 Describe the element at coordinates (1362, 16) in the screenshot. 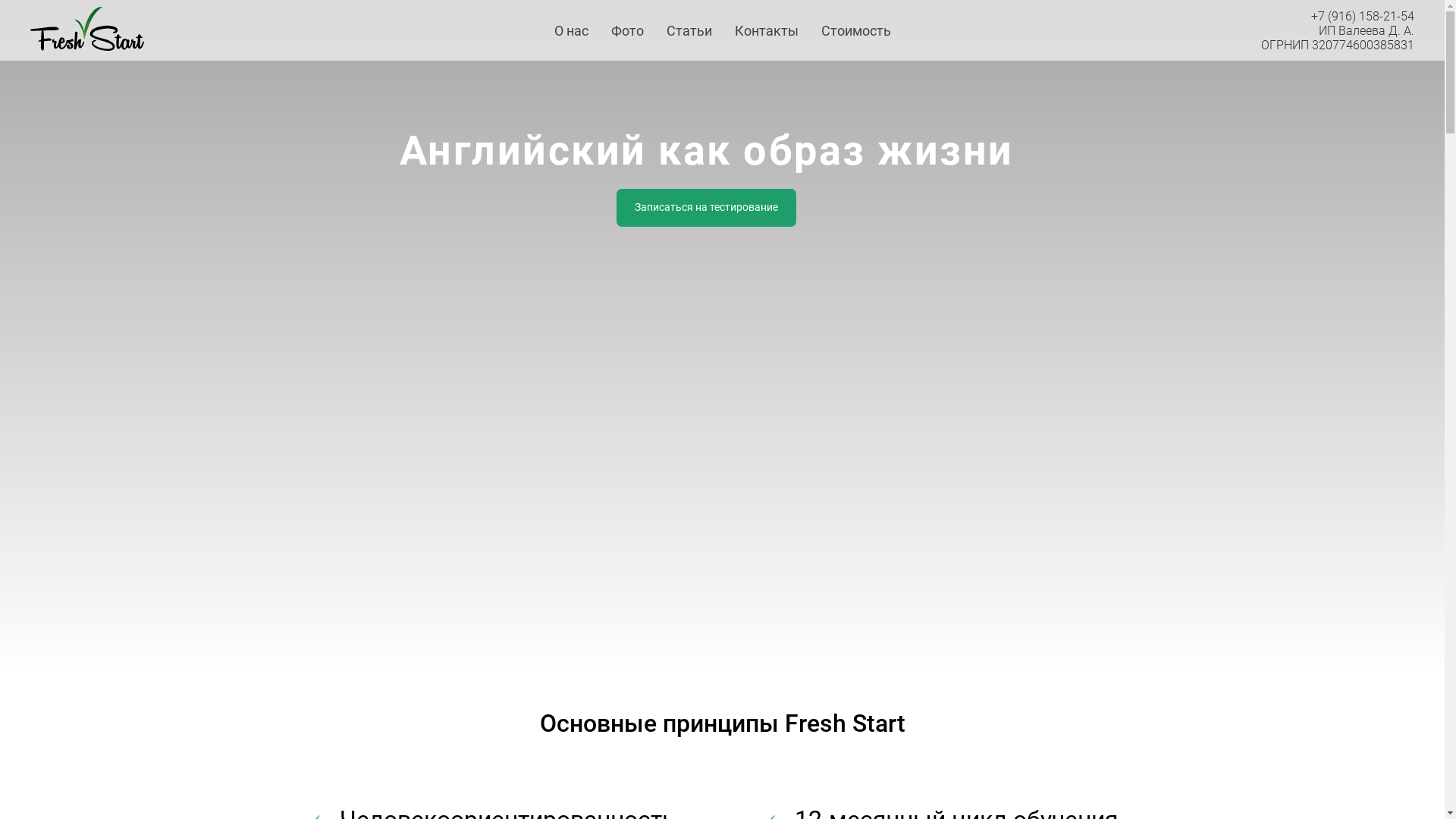

I see `'+7 (916) 158-21-54'` at that location.